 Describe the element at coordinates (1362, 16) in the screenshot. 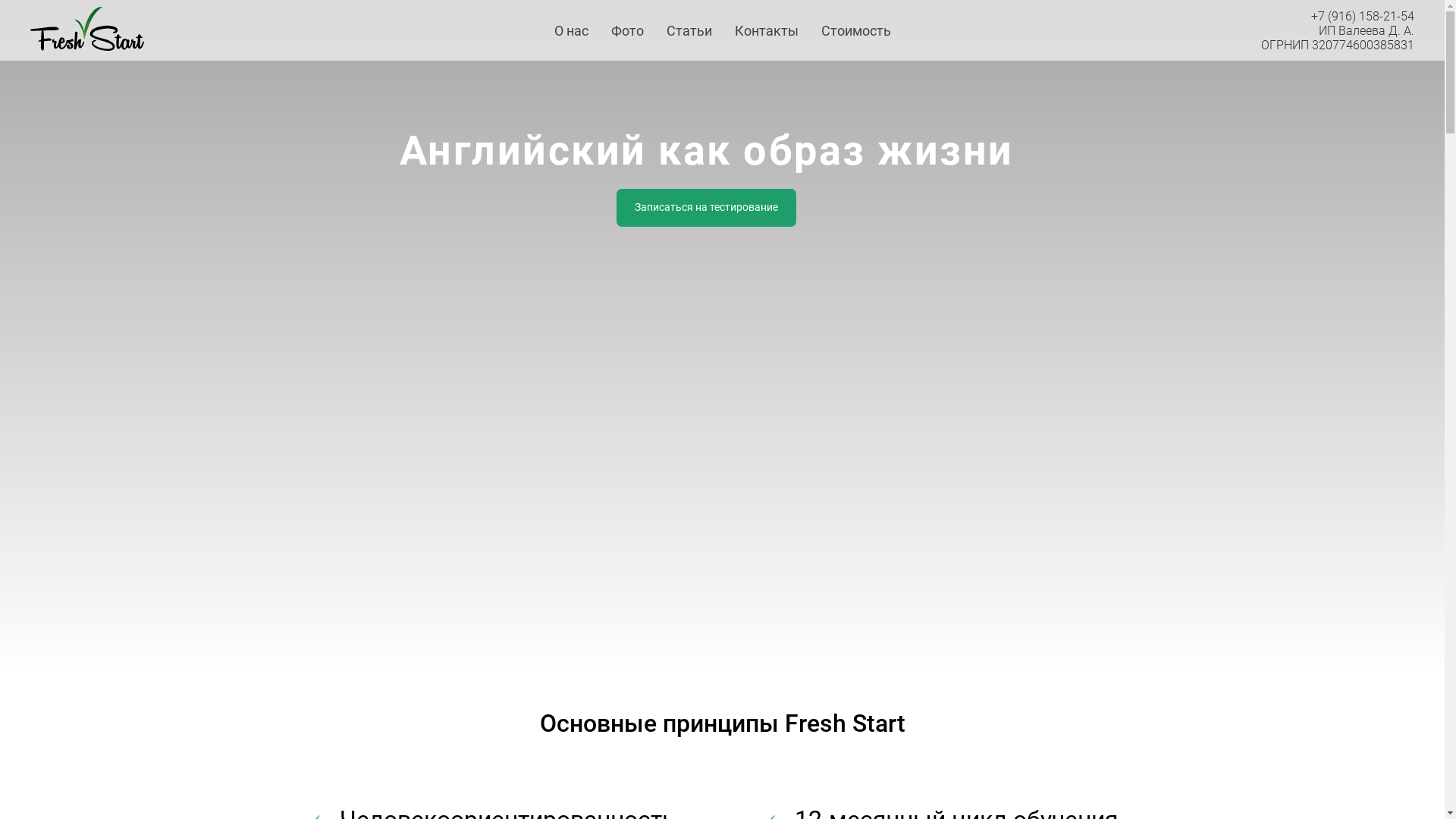

I see `'+7 (916) 158-21-54'` at that location.